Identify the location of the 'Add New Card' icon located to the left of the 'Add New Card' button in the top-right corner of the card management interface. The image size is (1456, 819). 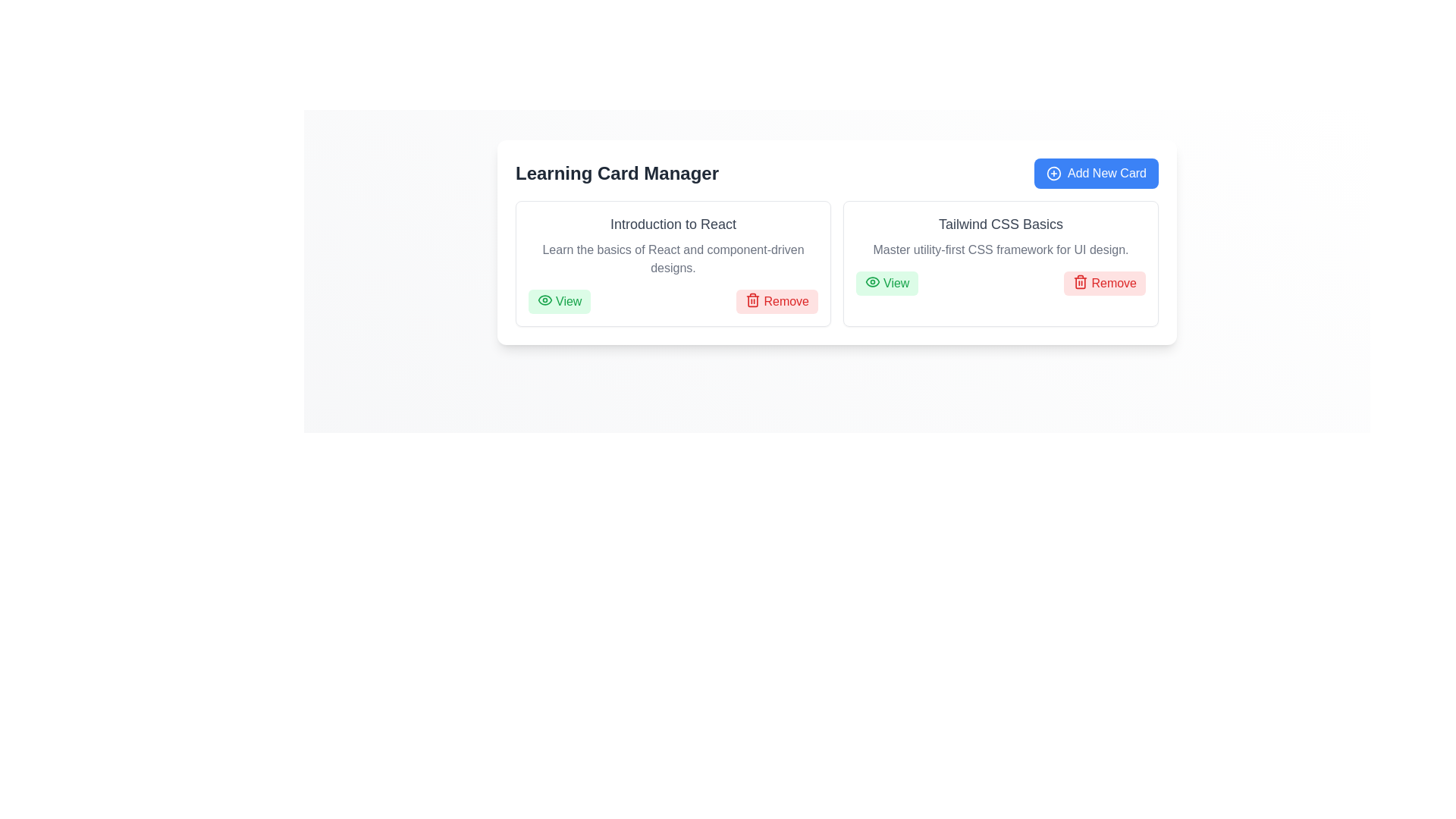
(1053, 172).